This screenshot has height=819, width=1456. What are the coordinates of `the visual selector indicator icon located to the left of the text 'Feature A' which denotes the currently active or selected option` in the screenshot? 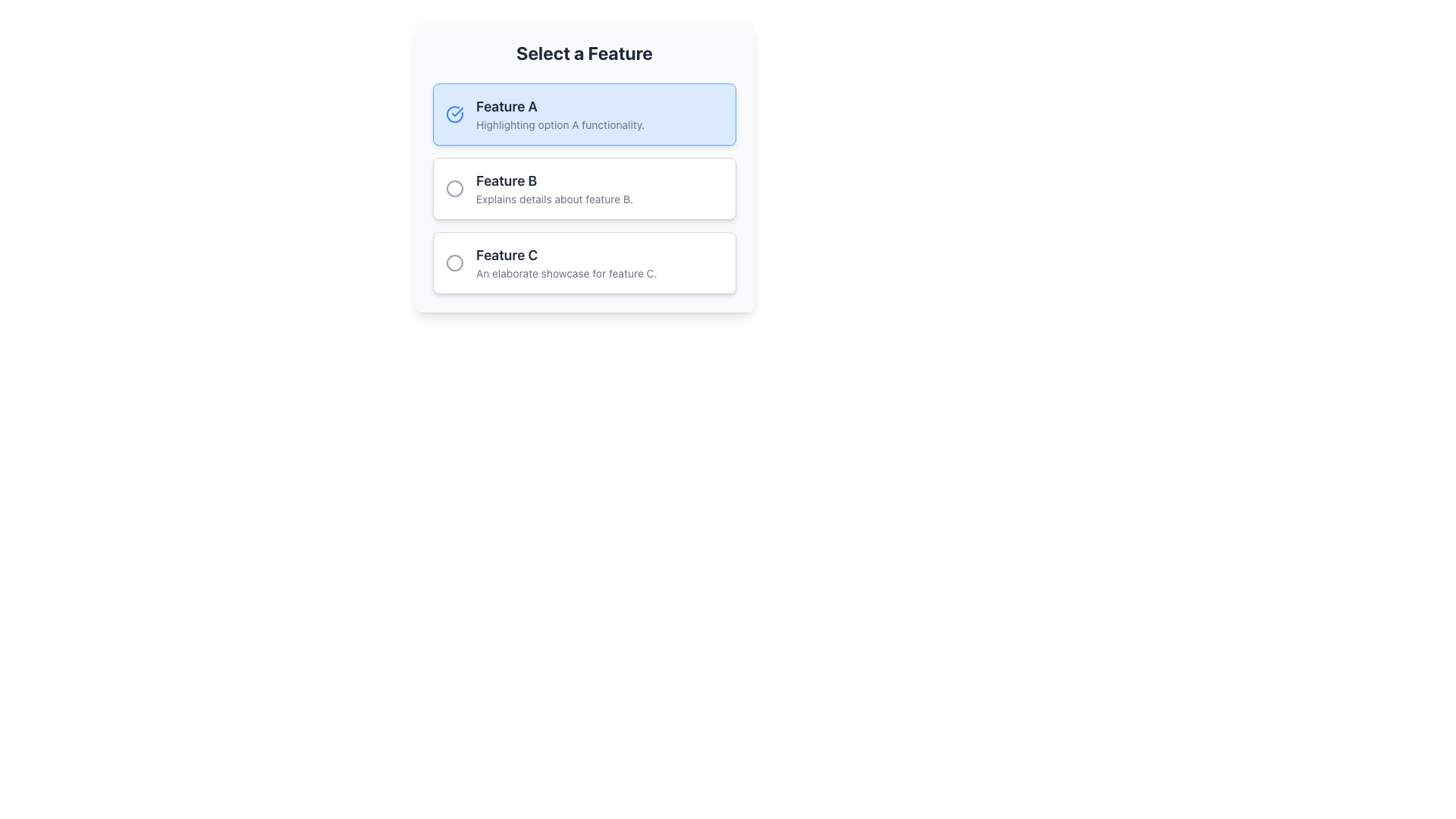 It's located at (454, 113).